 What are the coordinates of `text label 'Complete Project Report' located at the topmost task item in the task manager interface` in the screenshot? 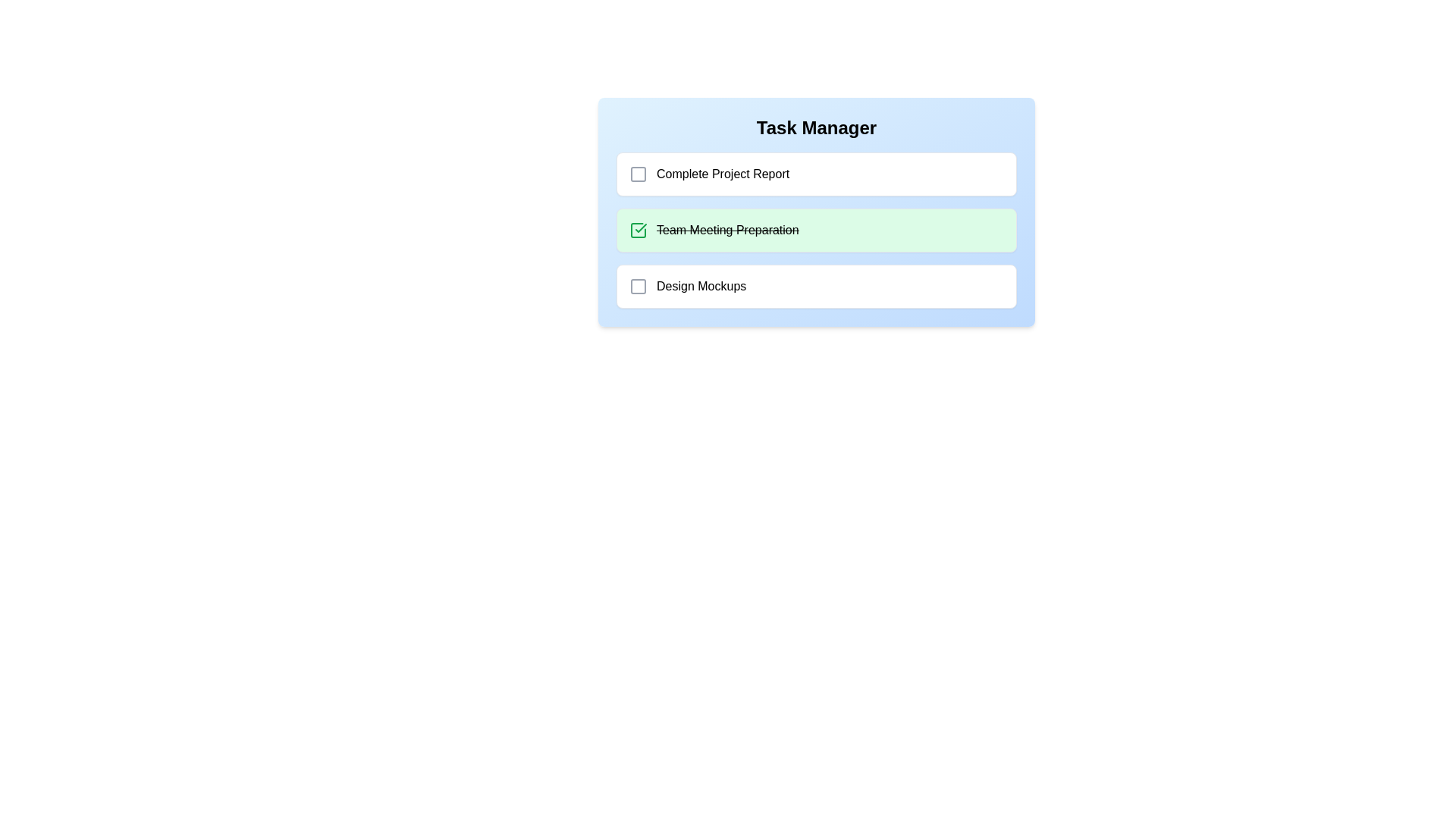 It's located at (708, 174).